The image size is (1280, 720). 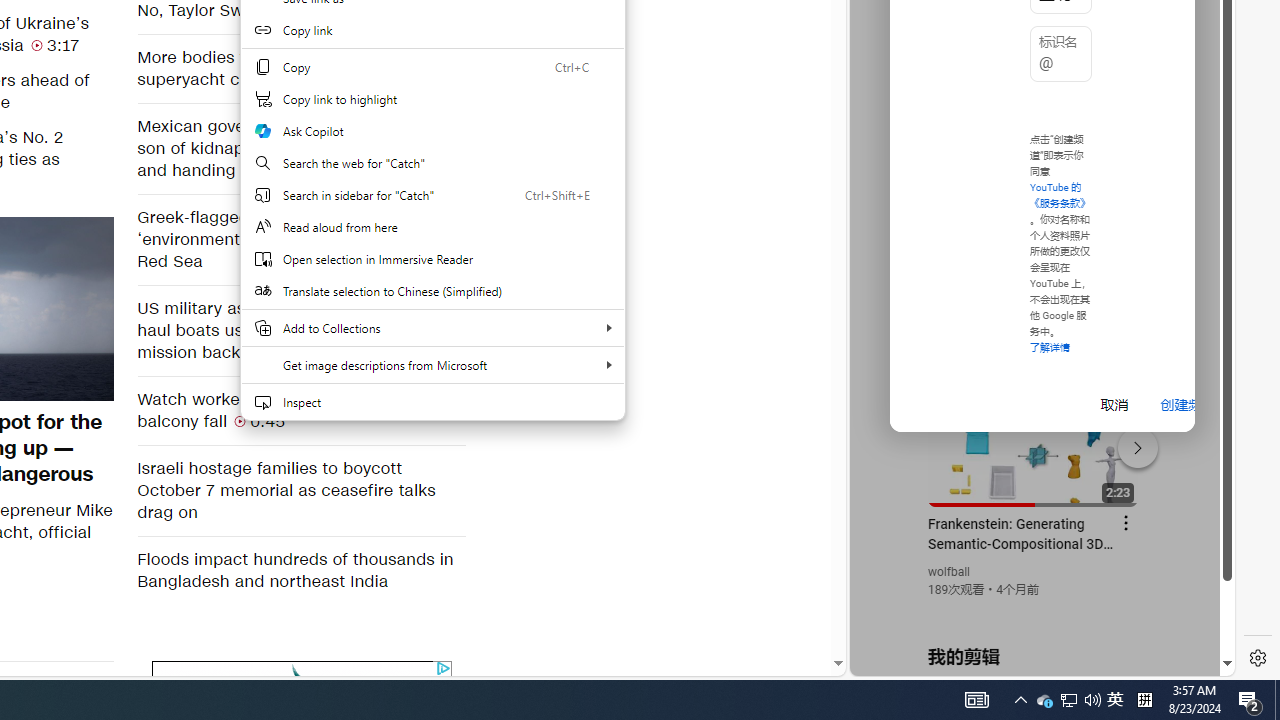 I want to click on 'Copy', so click(x=431, y=65).